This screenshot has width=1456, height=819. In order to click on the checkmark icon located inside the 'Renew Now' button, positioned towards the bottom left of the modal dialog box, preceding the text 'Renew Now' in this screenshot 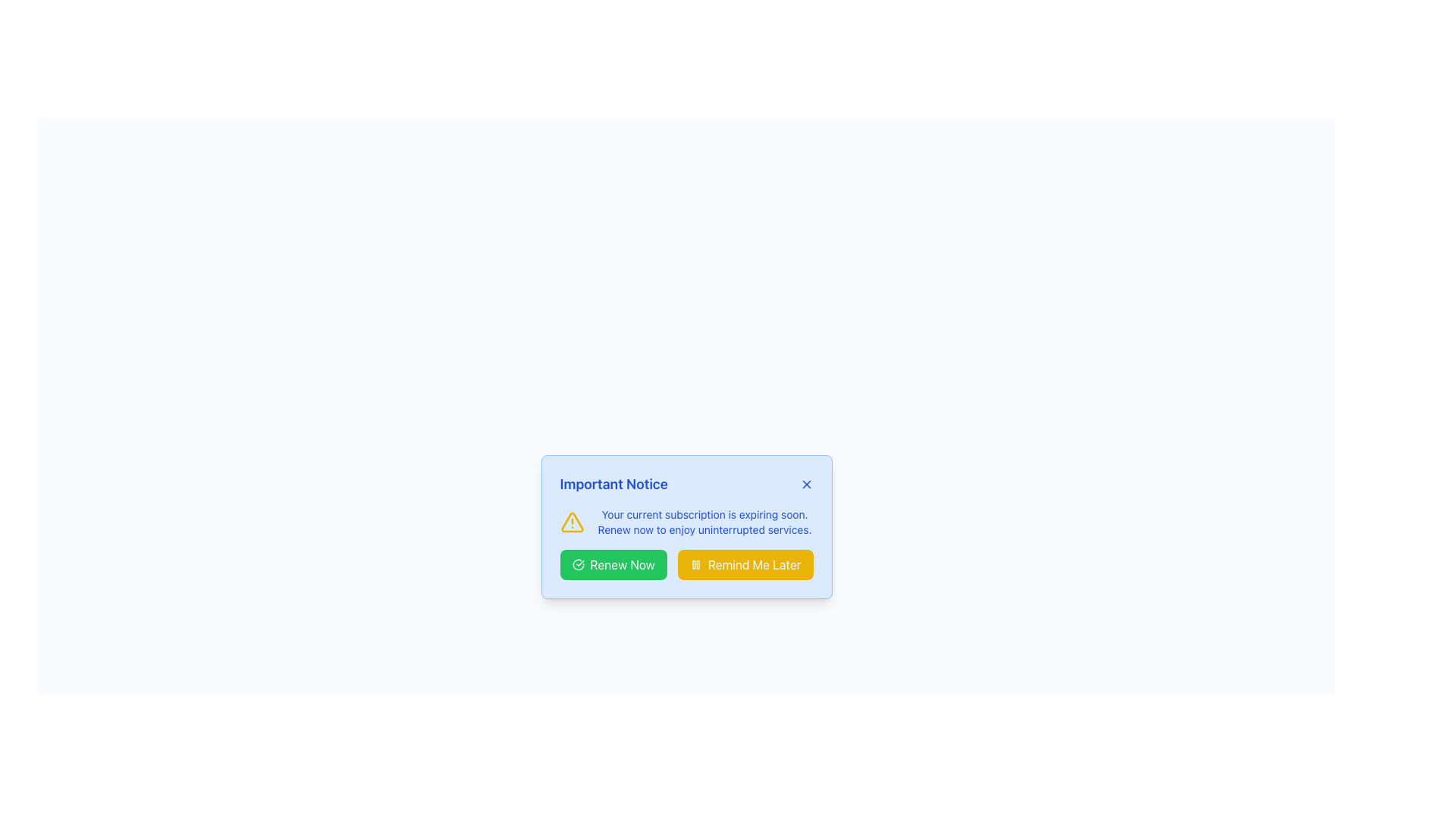, I will do `click(577, 564)`.